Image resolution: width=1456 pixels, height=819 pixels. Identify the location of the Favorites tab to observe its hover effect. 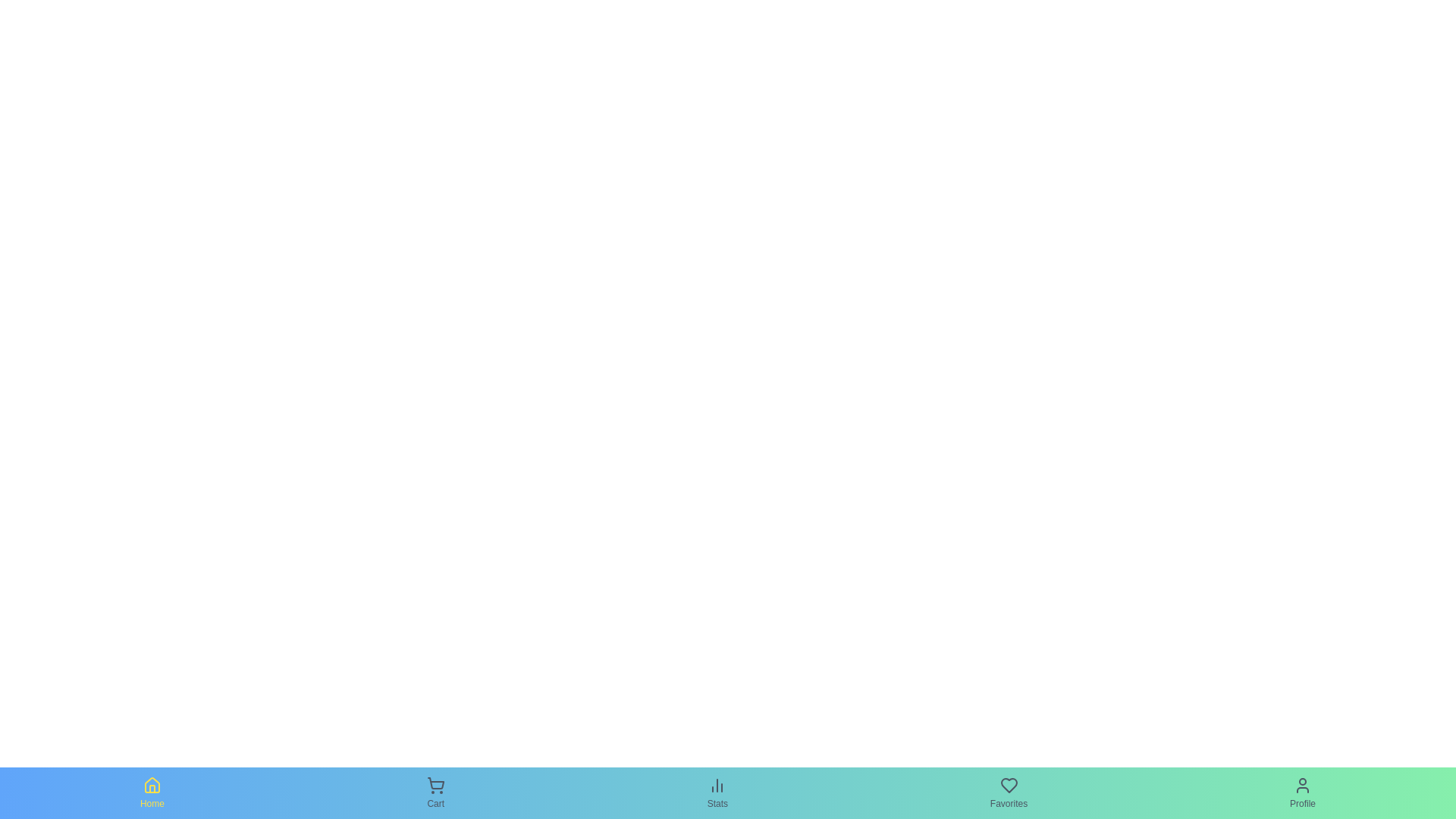
(1009, 792).